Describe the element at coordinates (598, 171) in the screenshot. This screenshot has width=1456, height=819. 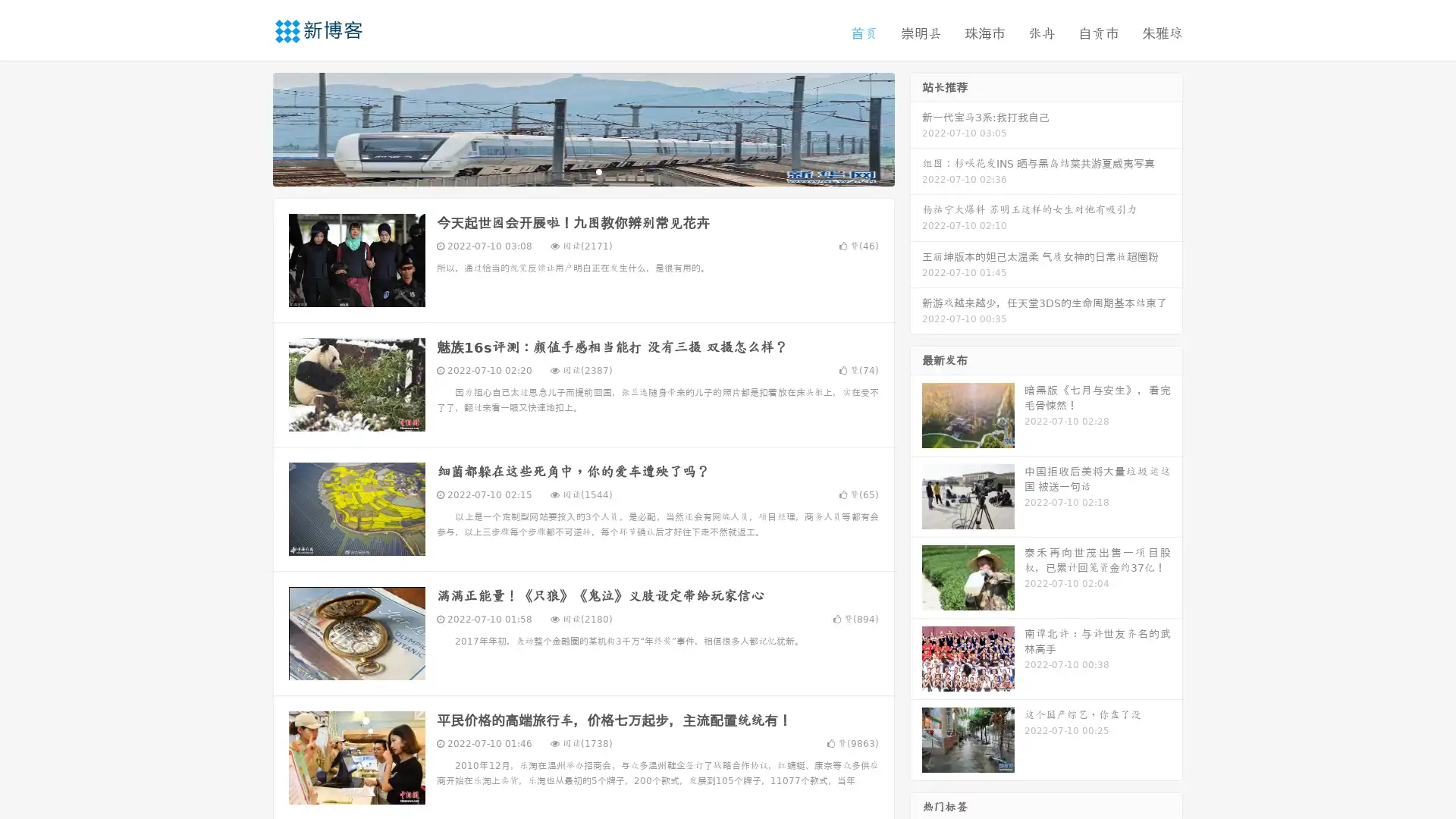
I see `Go to slide 3` at that location.